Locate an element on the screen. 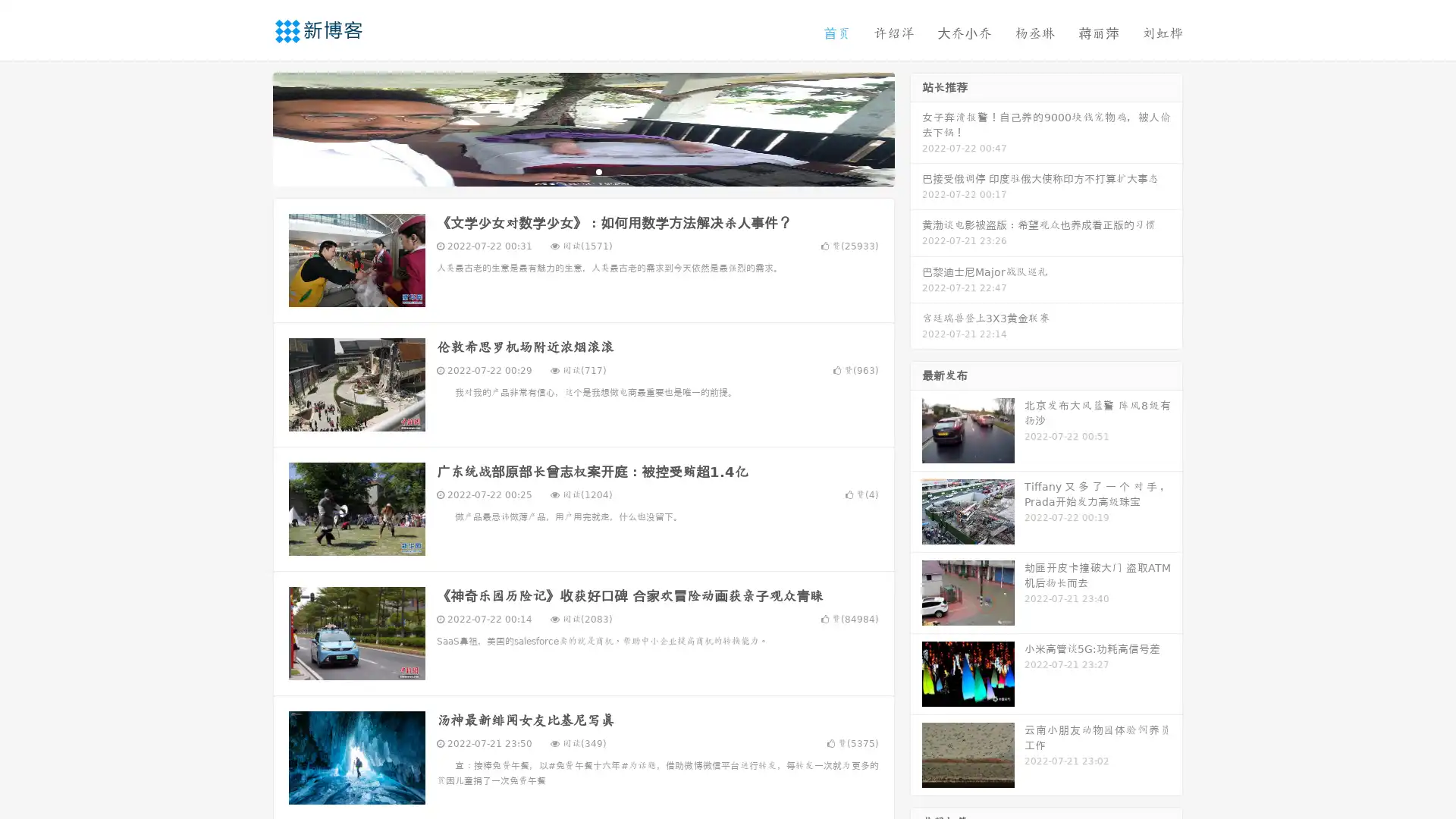 The width and height of the screenshot is (1456, 819). Next slide is located at coordinates (916, 127).